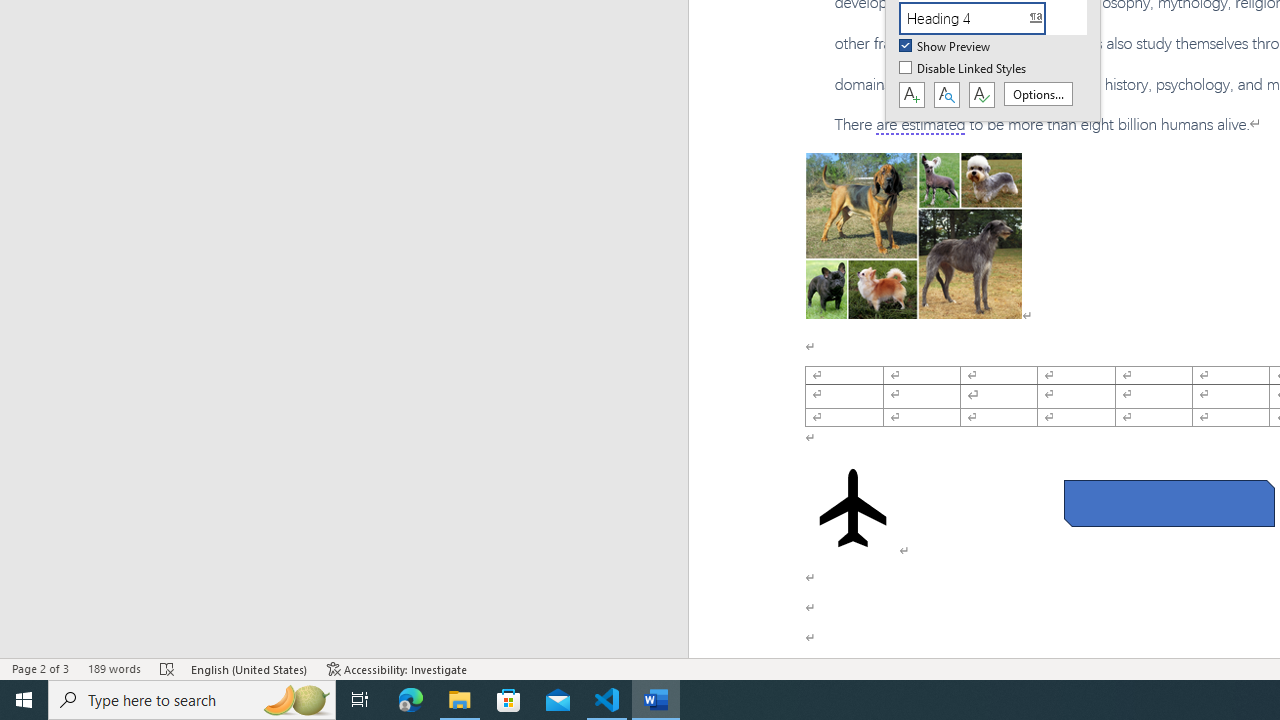 This screenshot has width=1280, height=720. What do you see at coordinates (964, 68) in the screenshot?
I see `'Disable Linked Styles'` at bounding box center [964, 68].